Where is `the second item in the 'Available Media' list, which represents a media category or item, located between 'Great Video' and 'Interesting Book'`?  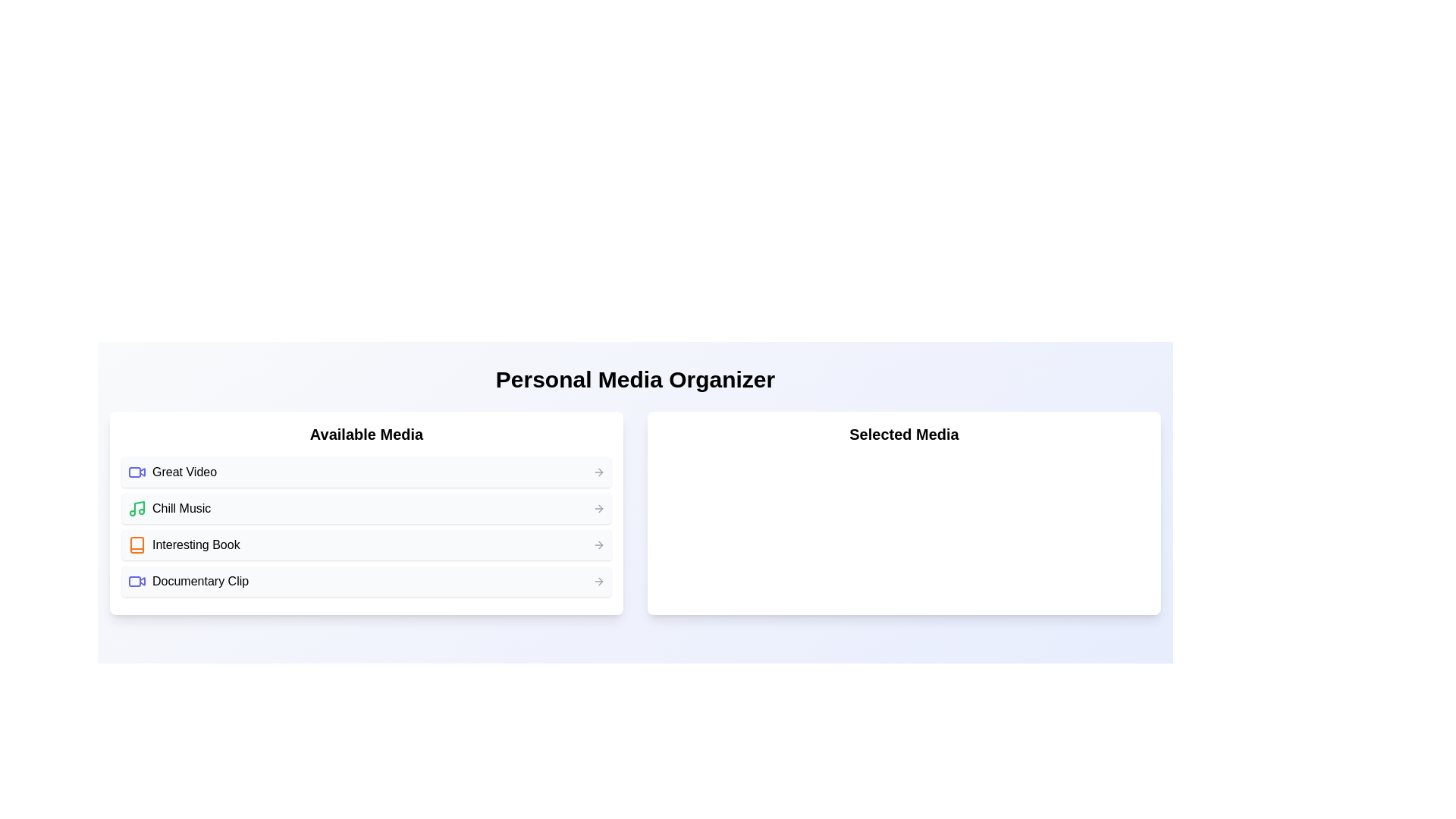 the second item in the 'Available Media' list, which represents a media category or item, located between 'Great Video' and 'Interesting Book' is located at coordinates (366, 509).